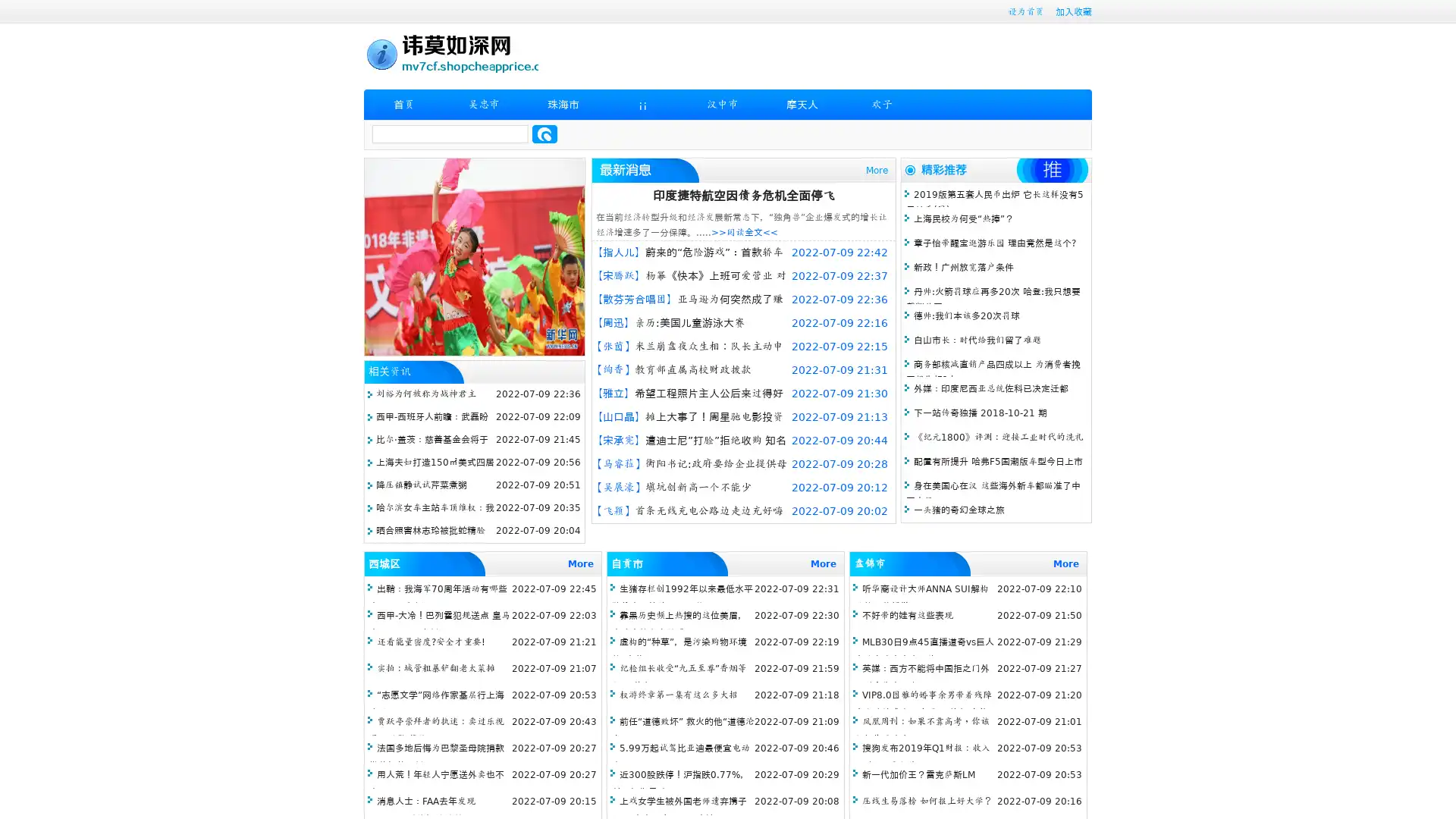  I want to click on Search, so click(544, 133).